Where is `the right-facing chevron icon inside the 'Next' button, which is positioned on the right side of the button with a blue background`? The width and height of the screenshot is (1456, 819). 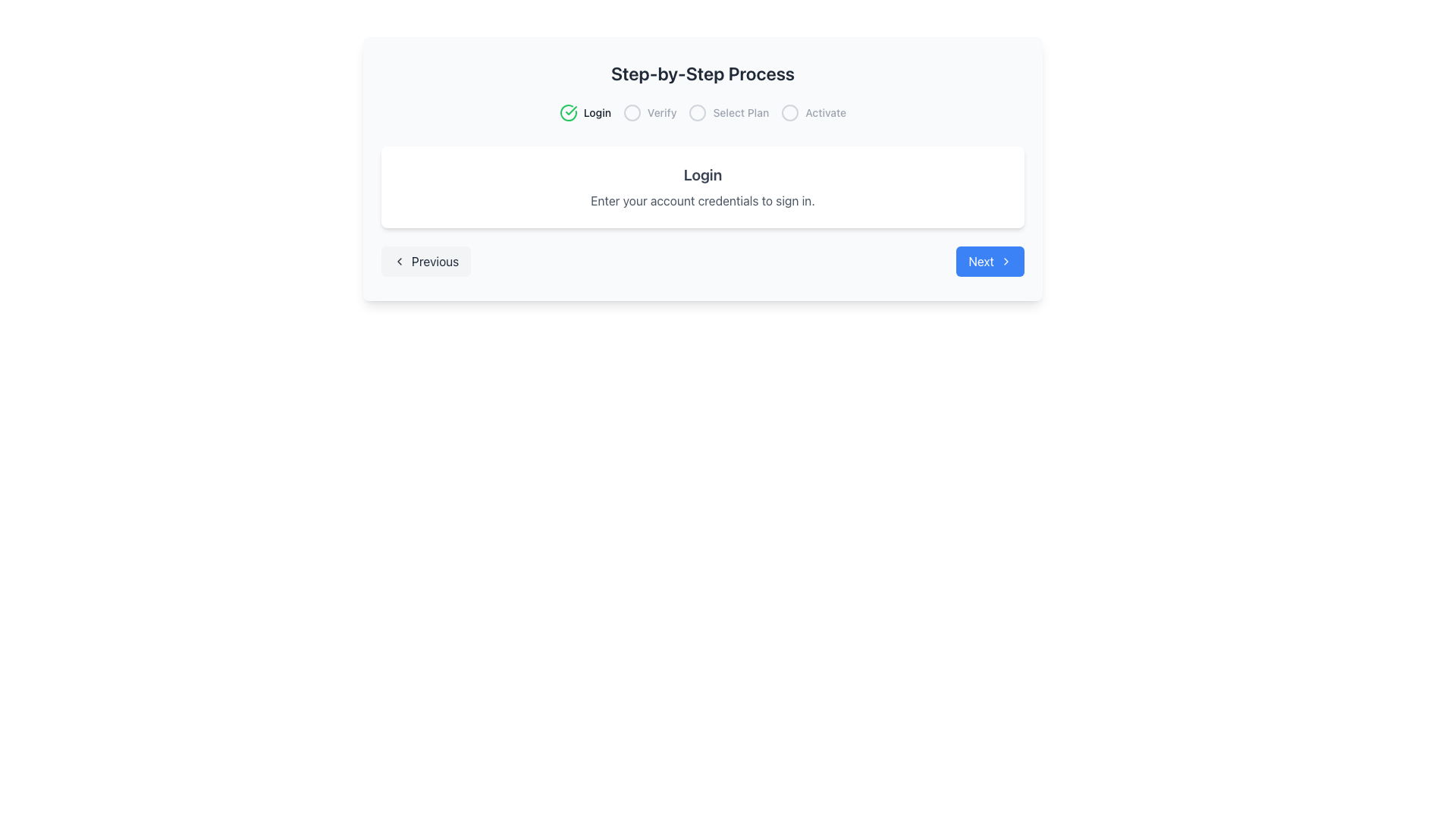
the right-facing chevron icon inside the 'Next' button, which is positioned on the right side of the button with a blue background is located at coordinates (1006, 260).